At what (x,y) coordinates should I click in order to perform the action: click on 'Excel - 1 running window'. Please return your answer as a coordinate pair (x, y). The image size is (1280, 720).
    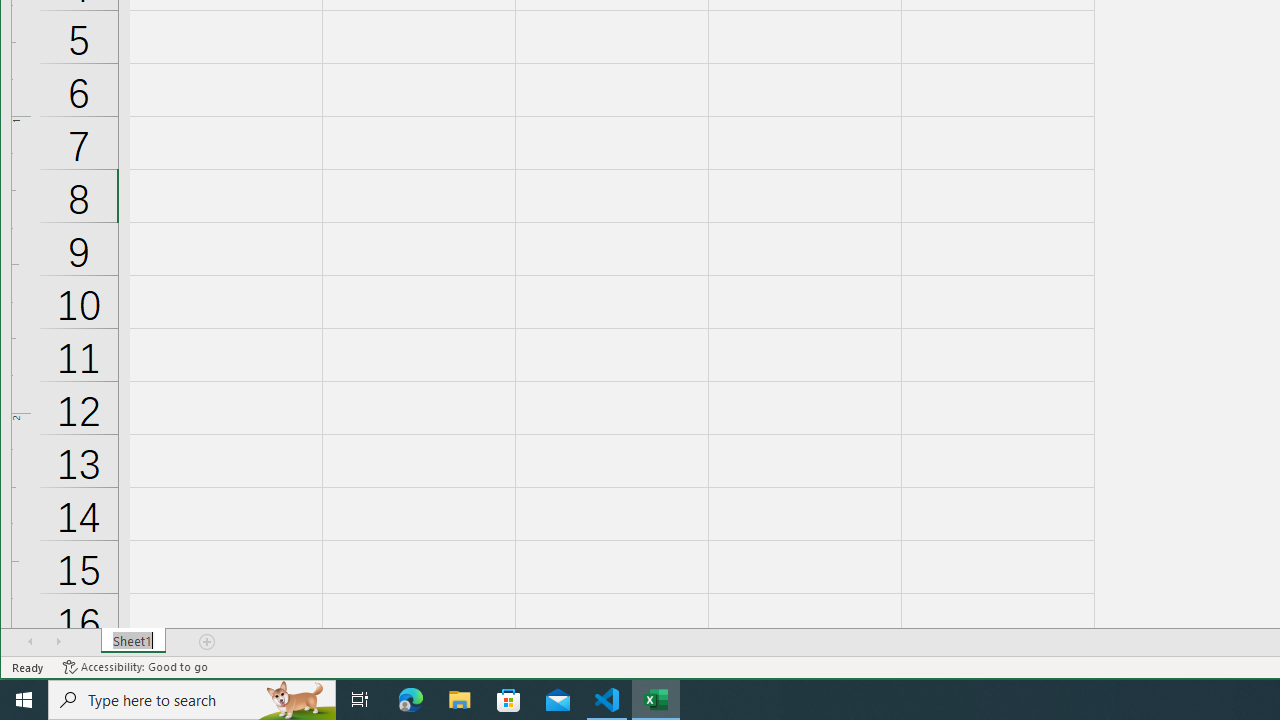
    Looking at the image, I should click on (656, 698).